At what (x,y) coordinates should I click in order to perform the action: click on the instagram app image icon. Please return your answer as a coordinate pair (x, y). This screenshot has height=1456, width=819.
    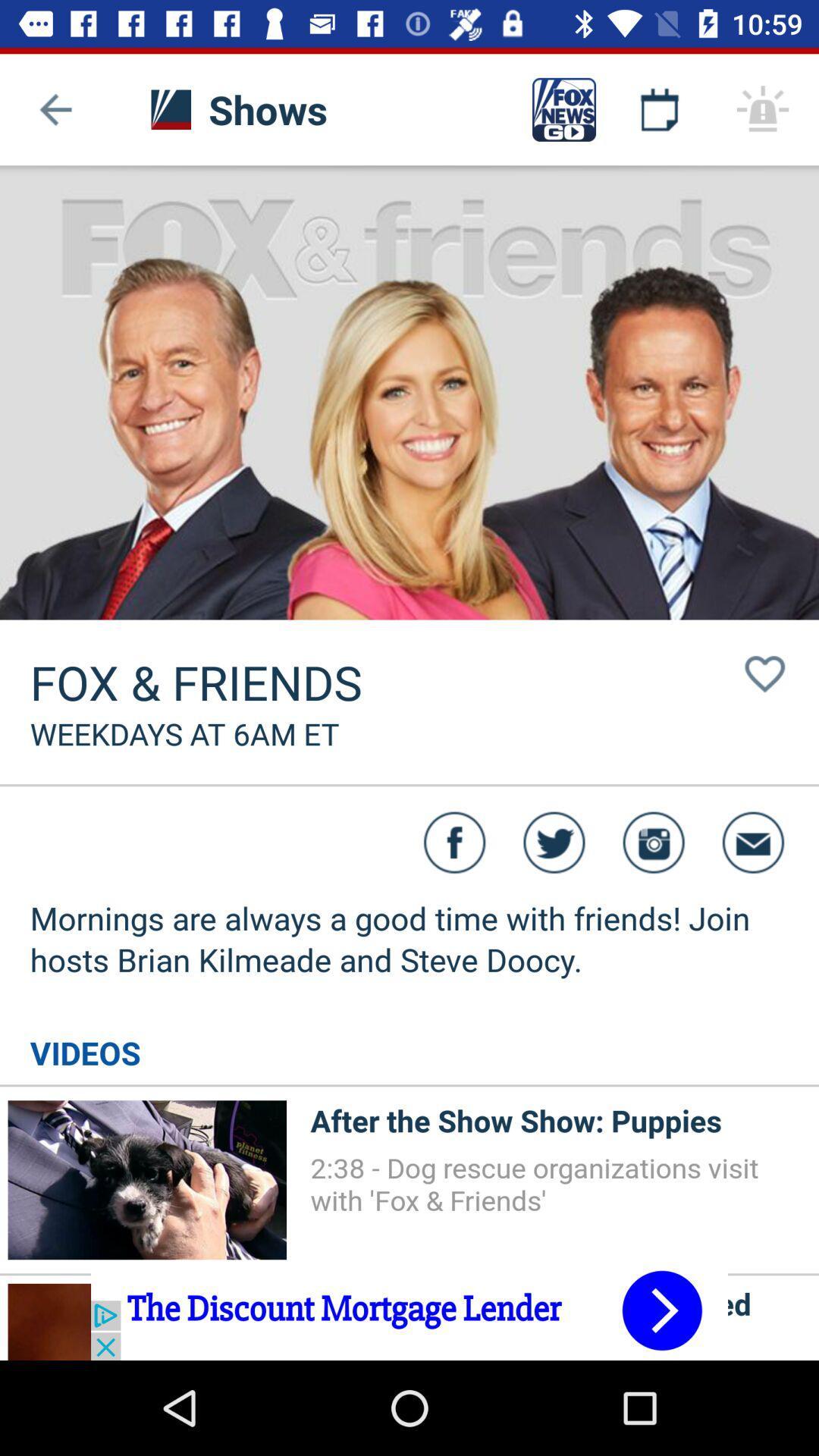
    Looking at the image, I should click on (653, 842).